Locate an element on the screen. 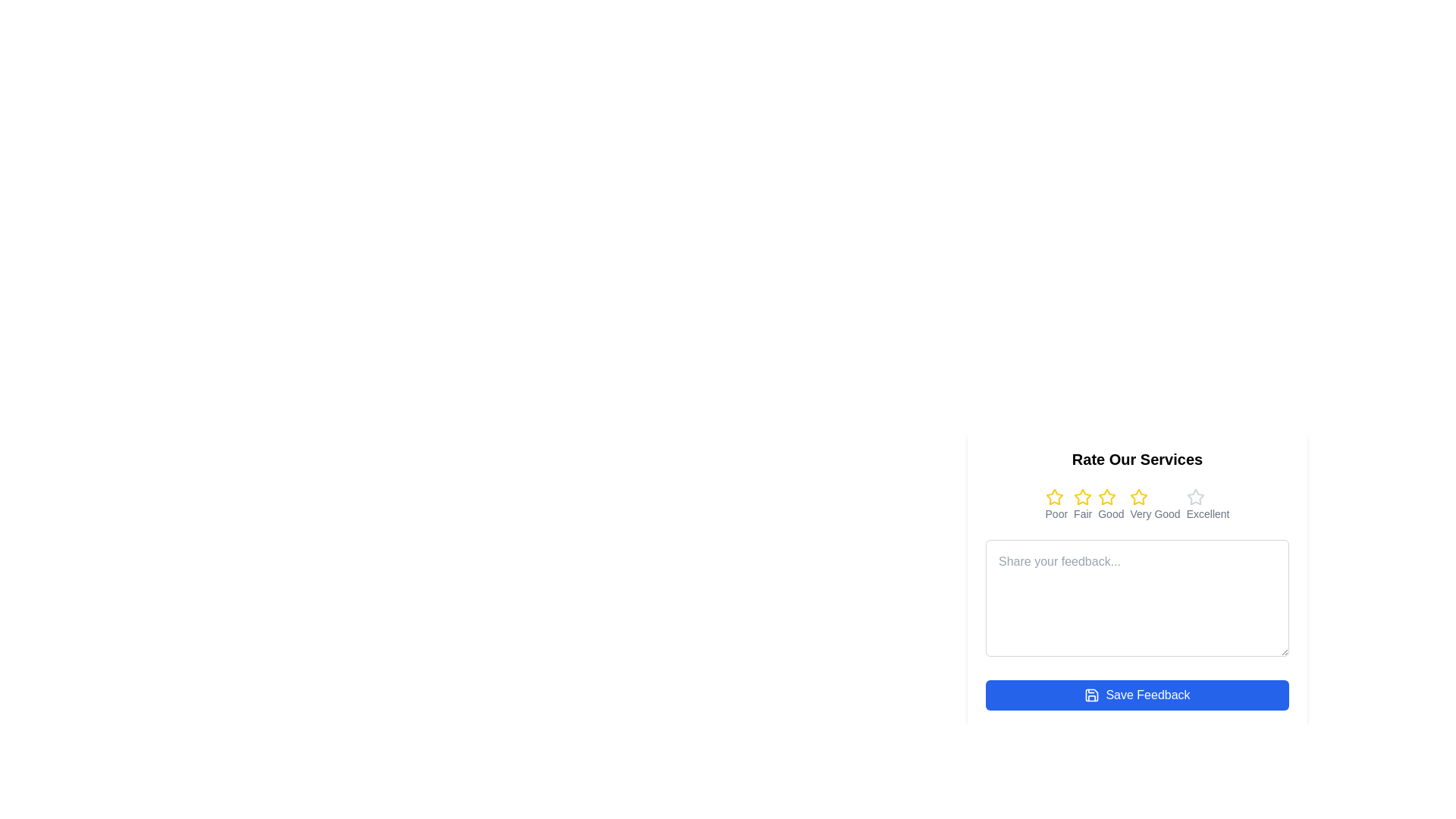 This screenshot has width=1456, height=819. the graphical save icon component within the SVG element, which visually represents the save function and is part of the save button located below the feedback text box is located at coordinates (1092, 695).